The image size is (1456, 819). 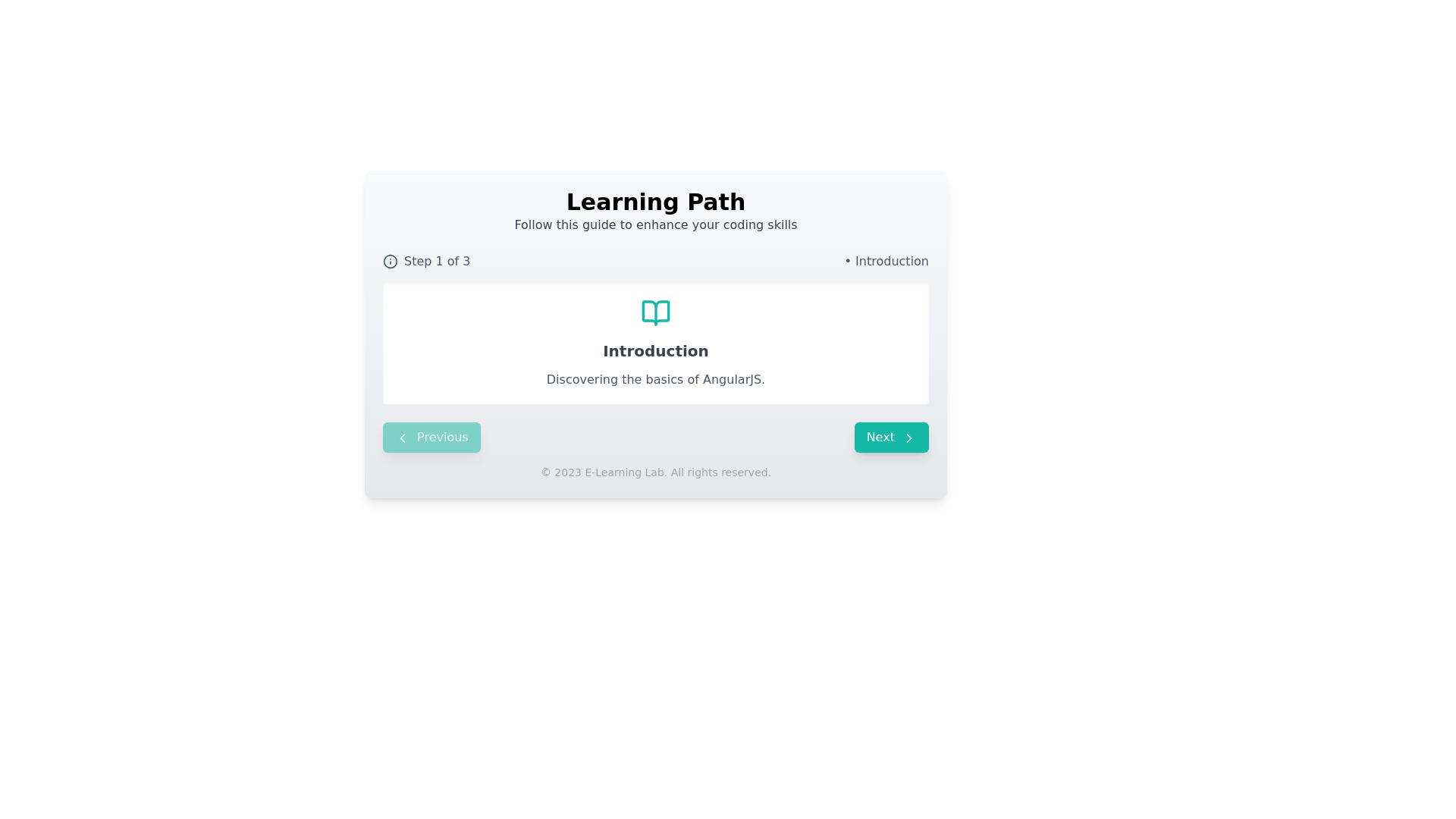 What do you see at coordinates (886, 260) in the screenshot?
I see `the static text label reading '• Introduction' that is styled in gray and located in the upper right corner of the UI` at bounding box center [886, 260].